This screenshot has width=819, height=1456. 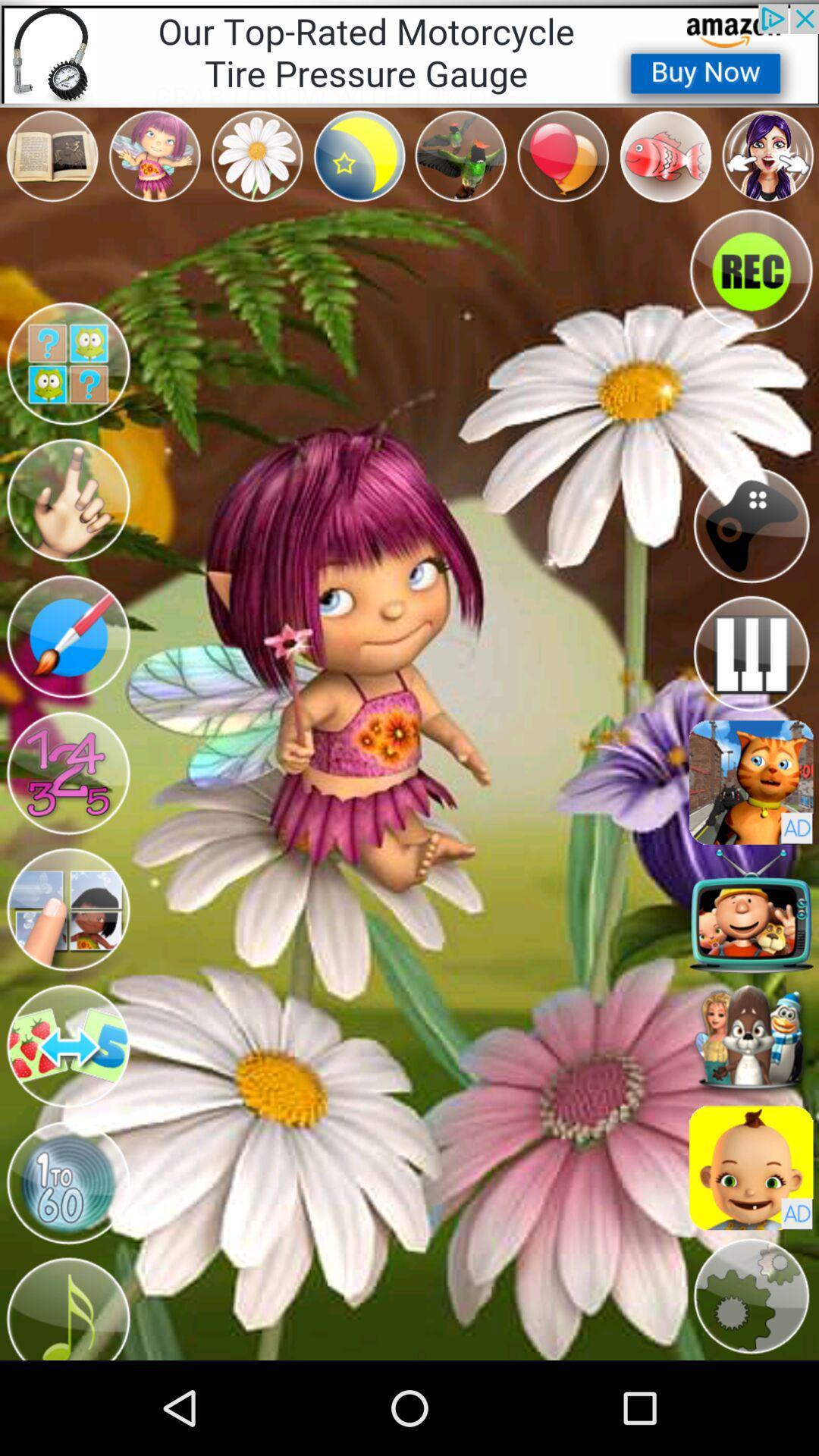 What do you see at coordinates (67, 1305) in the screenshot?
I see `music` at bounding box center [67, 1305].